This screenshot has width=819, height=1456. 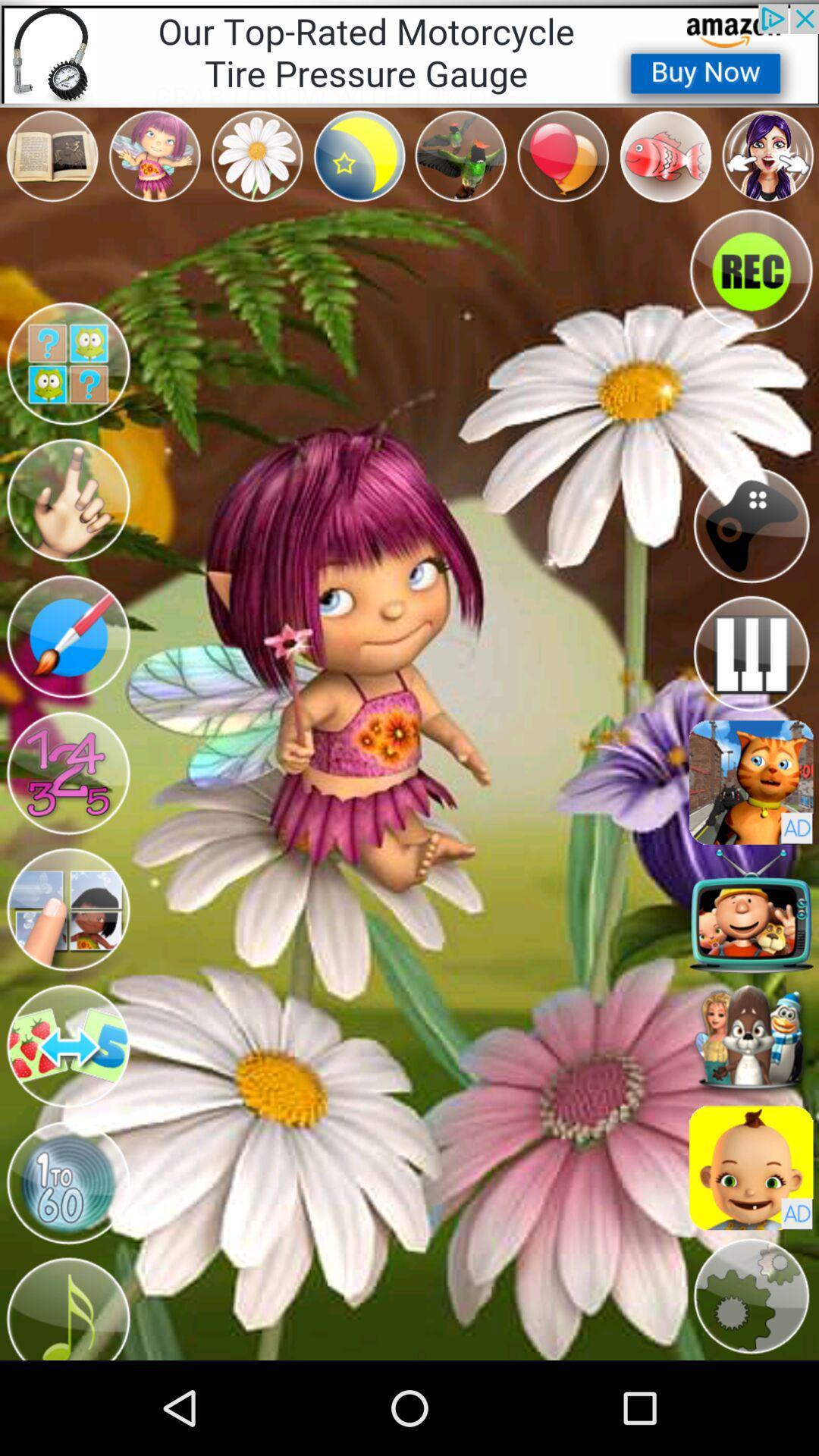 What do you see at coordinates (67, 1305) in the screenshot?
I see `music` at bounding box center [67, 1305].